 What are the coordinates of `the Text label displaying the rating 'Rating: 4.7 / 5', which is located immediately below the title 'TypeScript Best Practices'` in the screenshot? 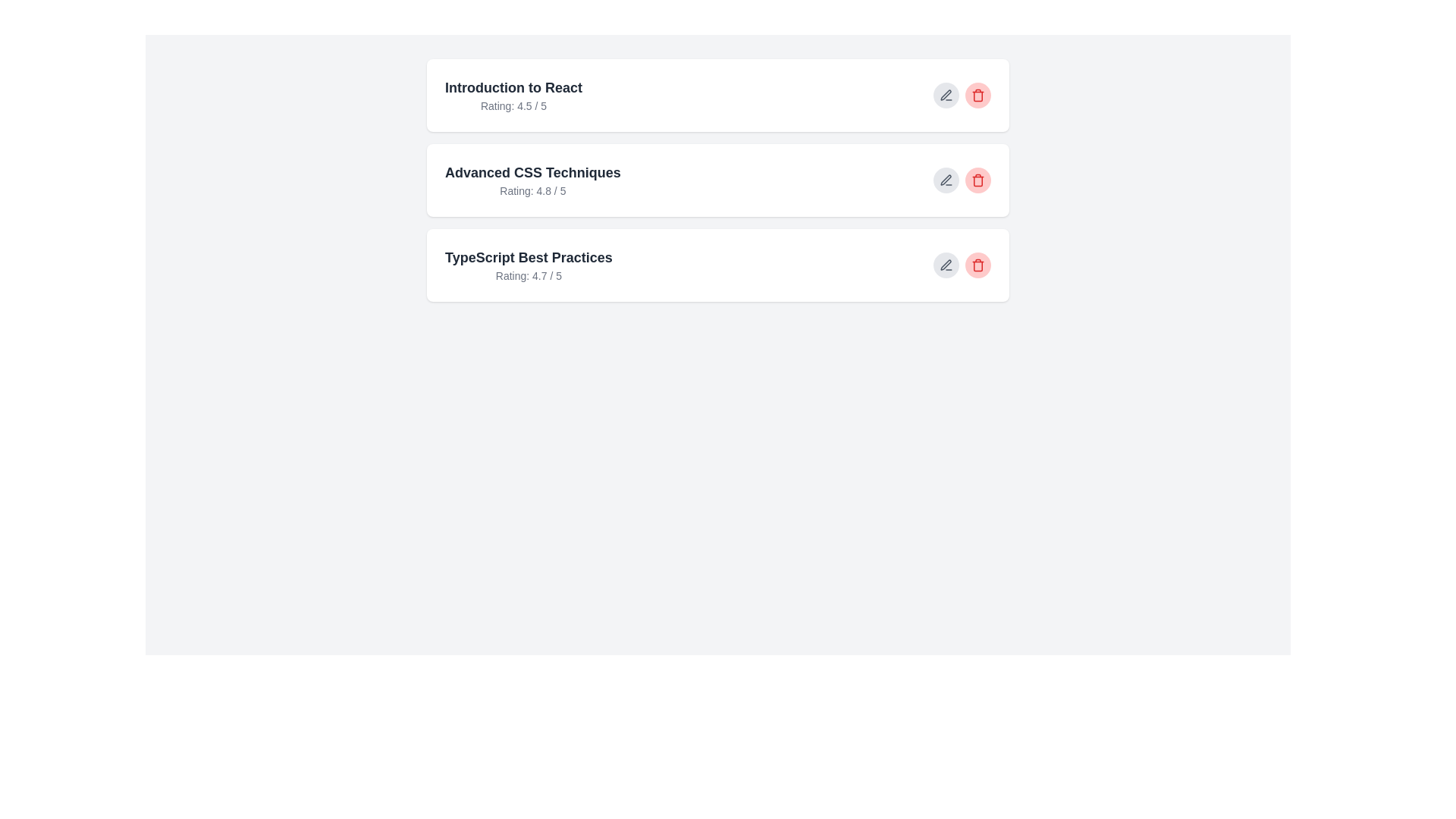 It's located at (529, 275).